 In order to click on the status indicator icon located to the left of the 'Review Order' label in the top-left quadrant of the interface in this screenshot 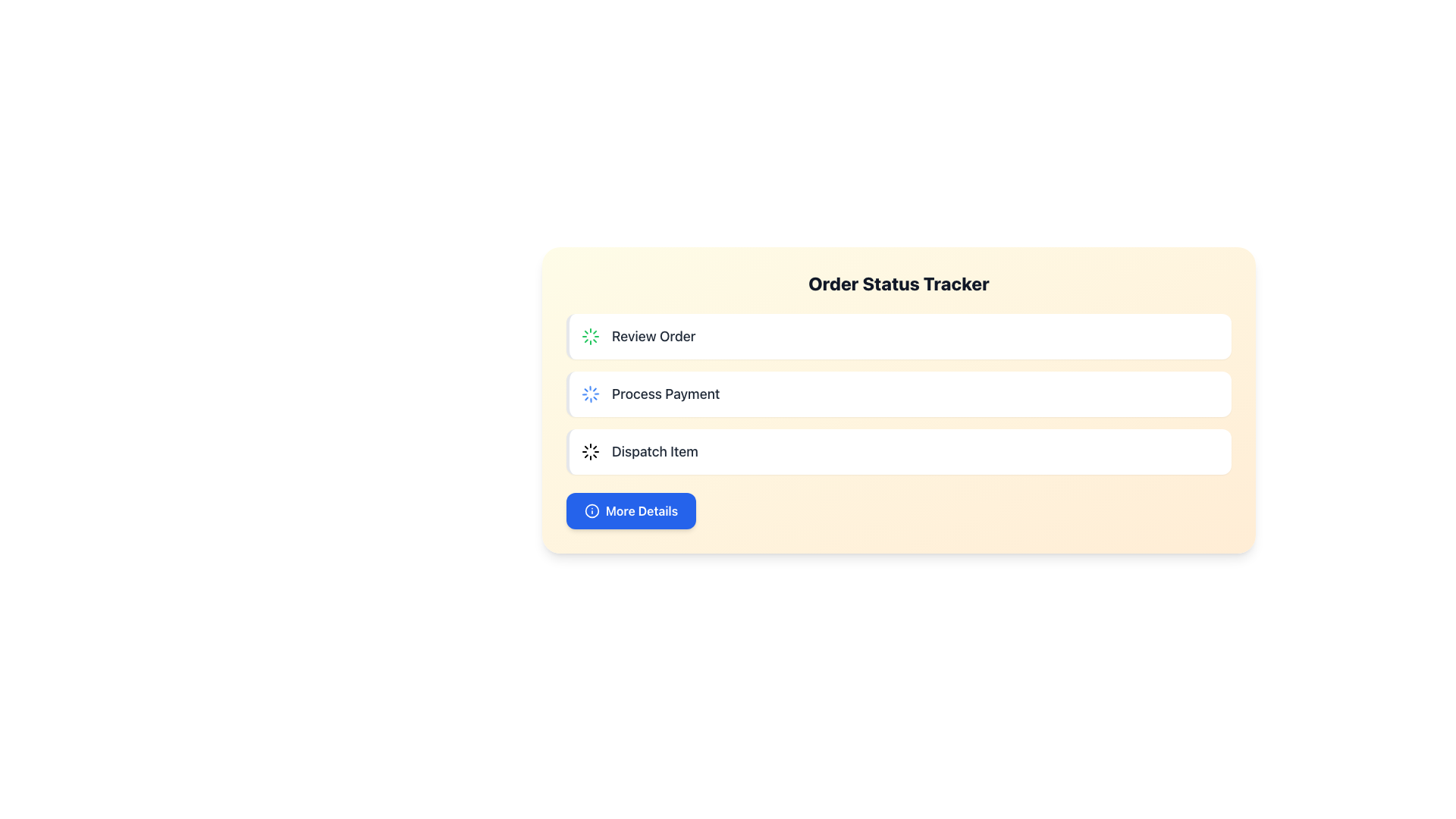, I will do `click(589, 335)`.